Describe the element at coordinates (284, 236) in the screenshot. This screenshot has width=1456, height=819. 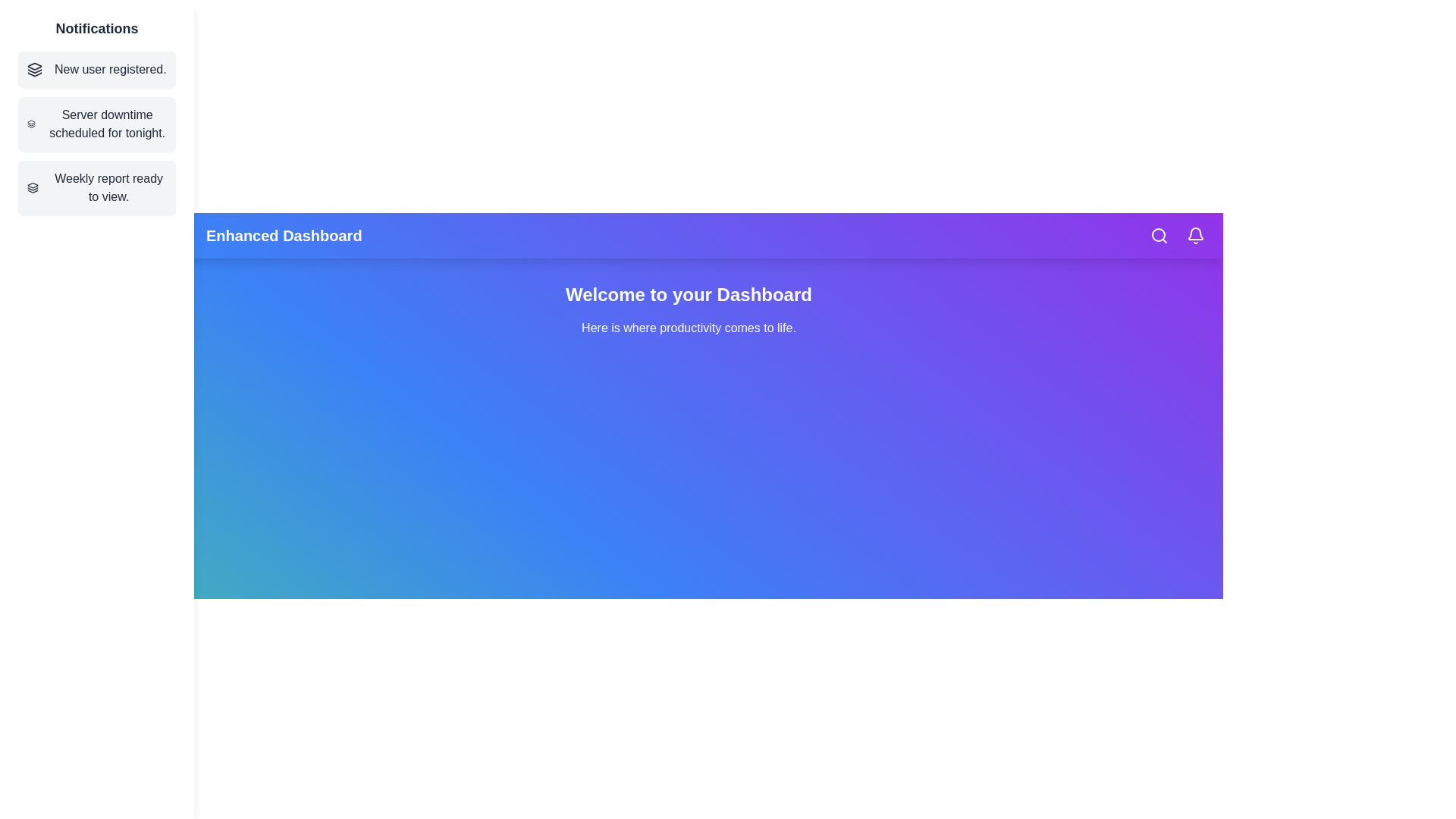
I see `the header text 'Enhanced Dashboard' to interact with it` at that location.